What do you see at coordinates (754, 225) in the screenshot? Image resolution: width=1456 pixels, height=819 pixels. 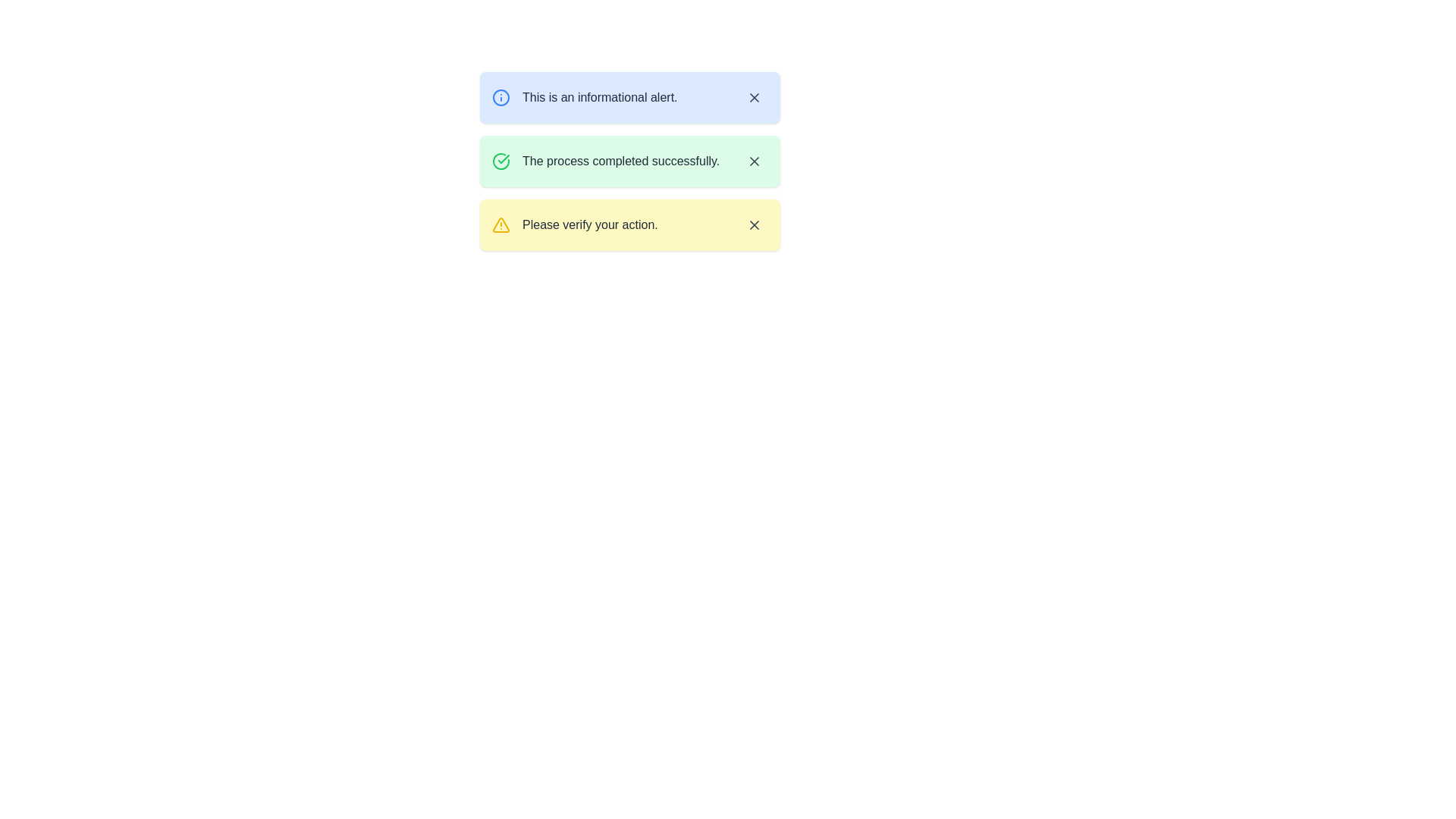 I see `the close button, which is a small 'x' icon located at the far right edge of the yellow notification box` at bounding box center [754, 225].